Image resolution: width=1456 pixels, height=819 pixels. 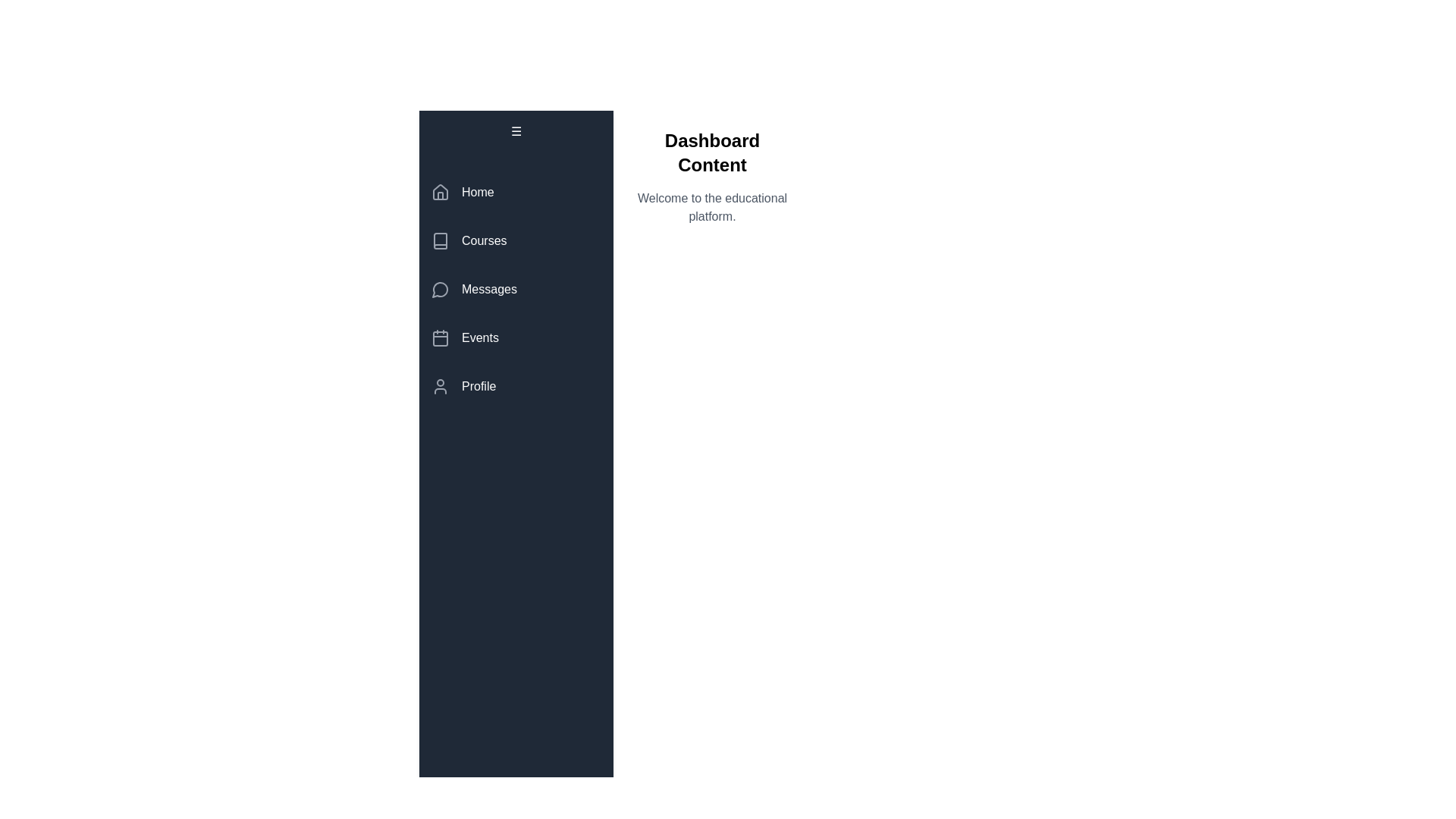 What do you see at coordinates (516, 240) in the screenshot?
I see `the menu item labeled Courses to observe visual feedback` at bounding box center [516, 240].